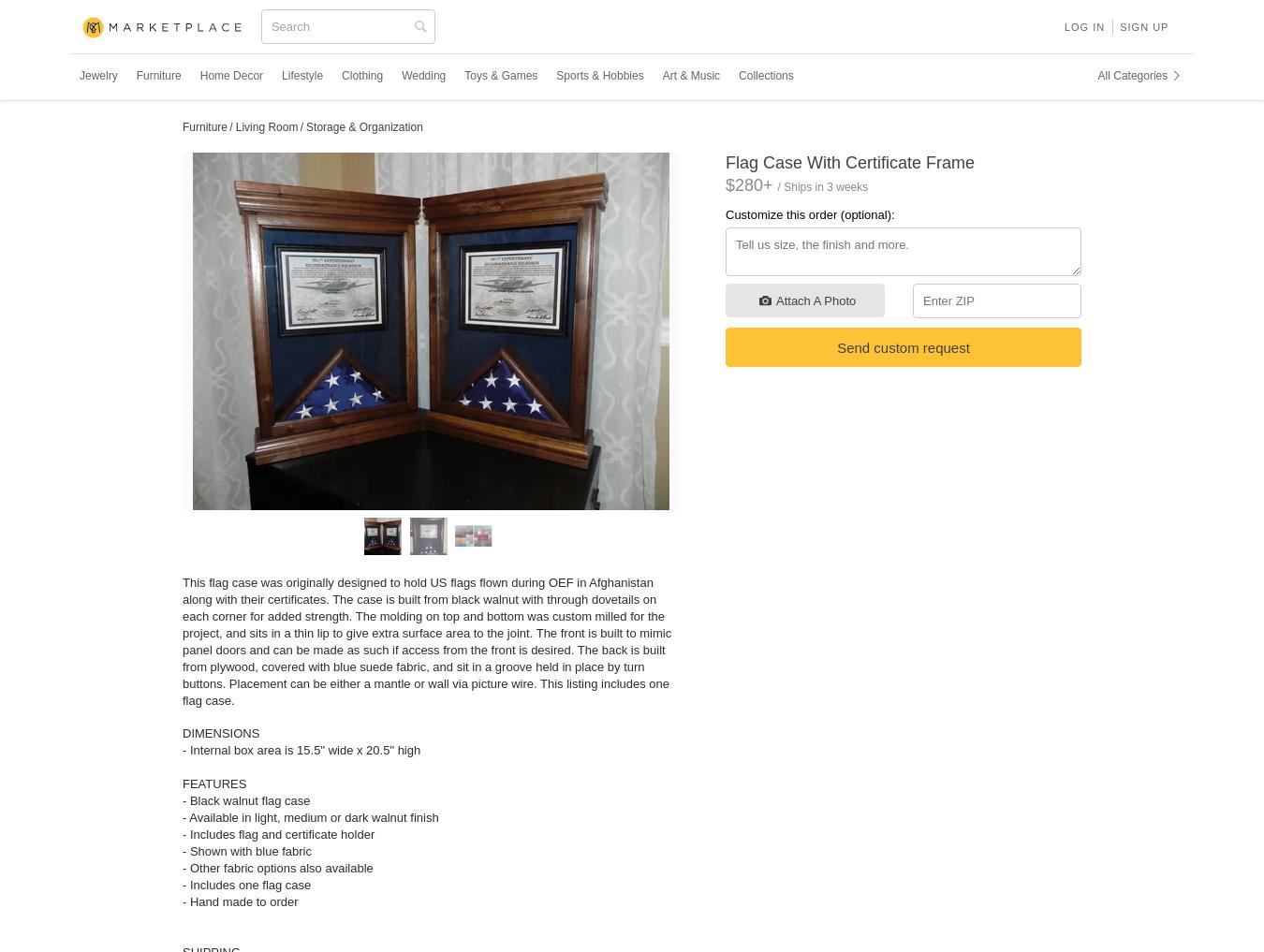 This screenshot has width=1264, height=952. I want to click on '- Shown with blue fabric', so click(246, 850).